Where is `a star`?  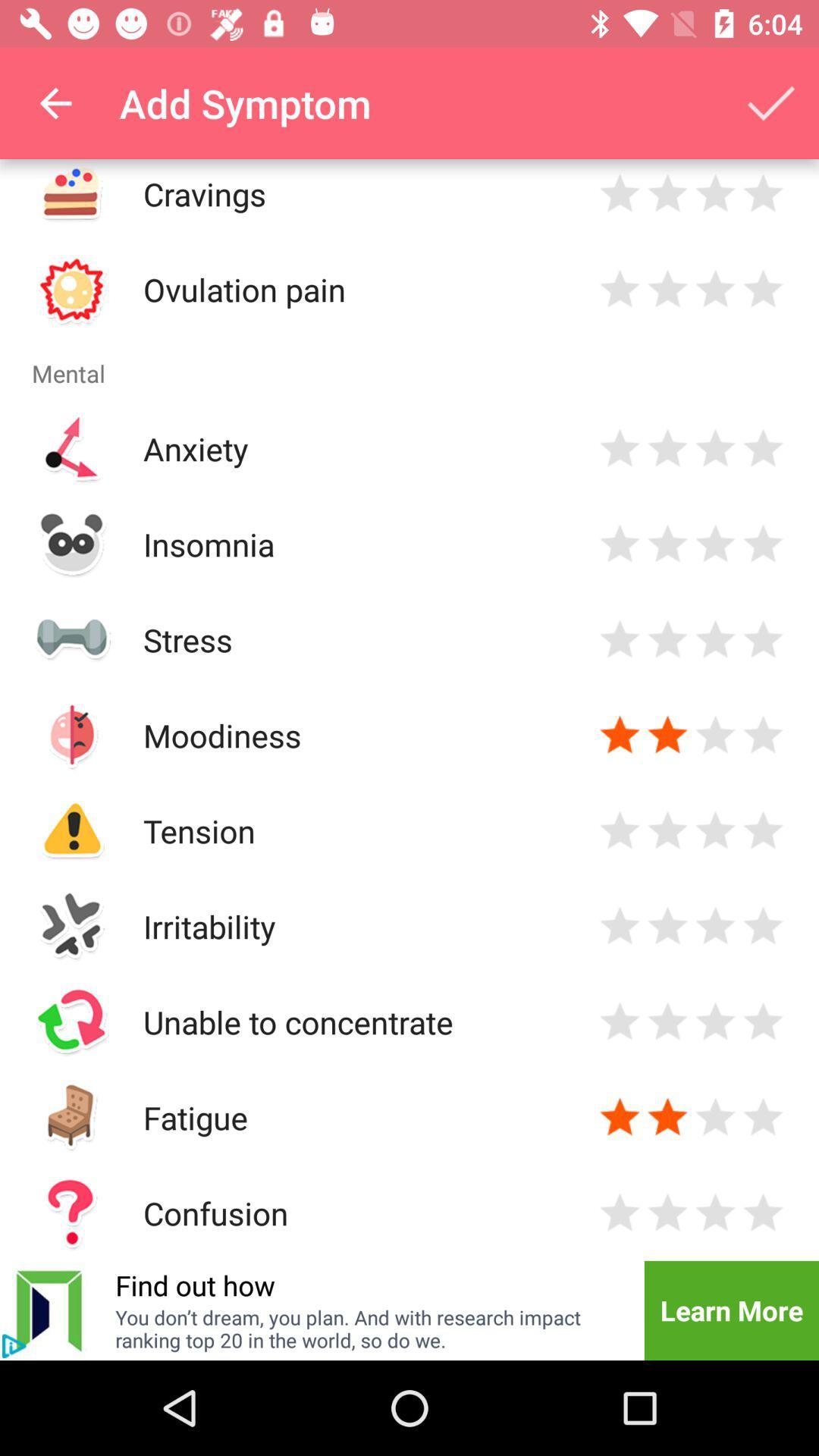 a star is located at coordinates (620, 289).